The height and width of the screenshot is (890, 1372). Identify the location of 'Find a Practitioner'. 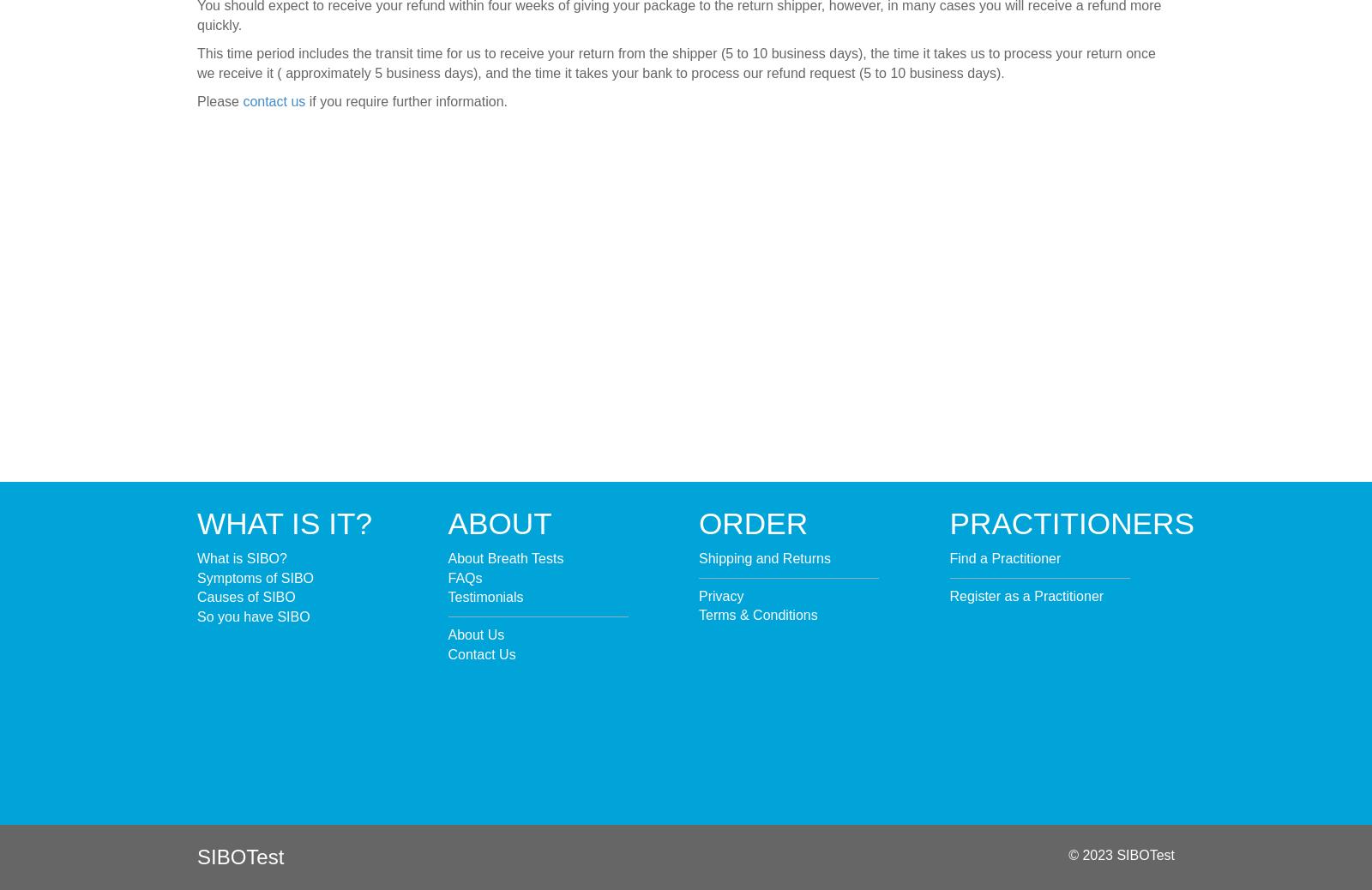
(1005, 556).